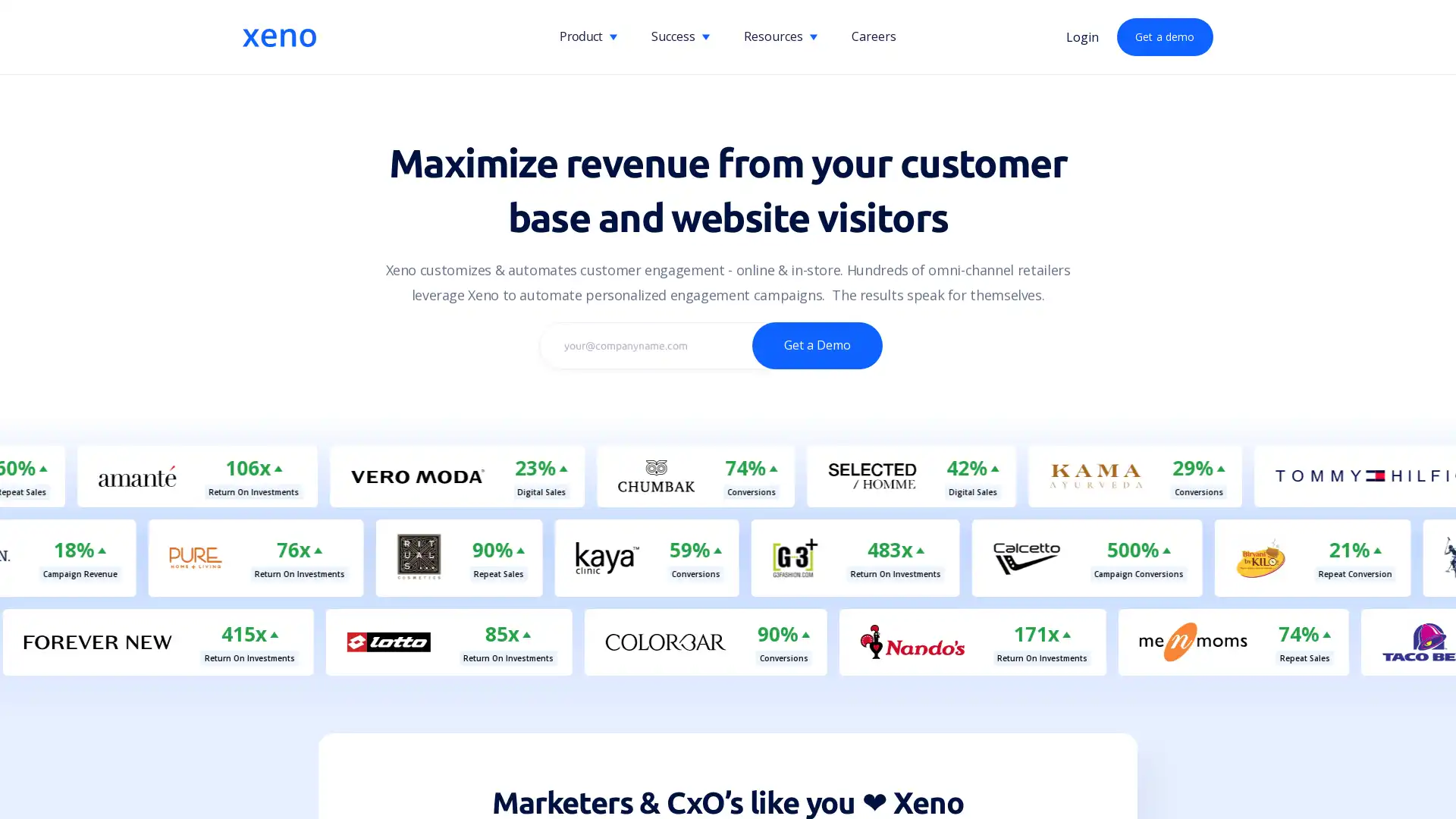  What do you see at coordinates (817, 345) in the screenshot?
I see `Get a Demo` at bounding box center [817, 345].